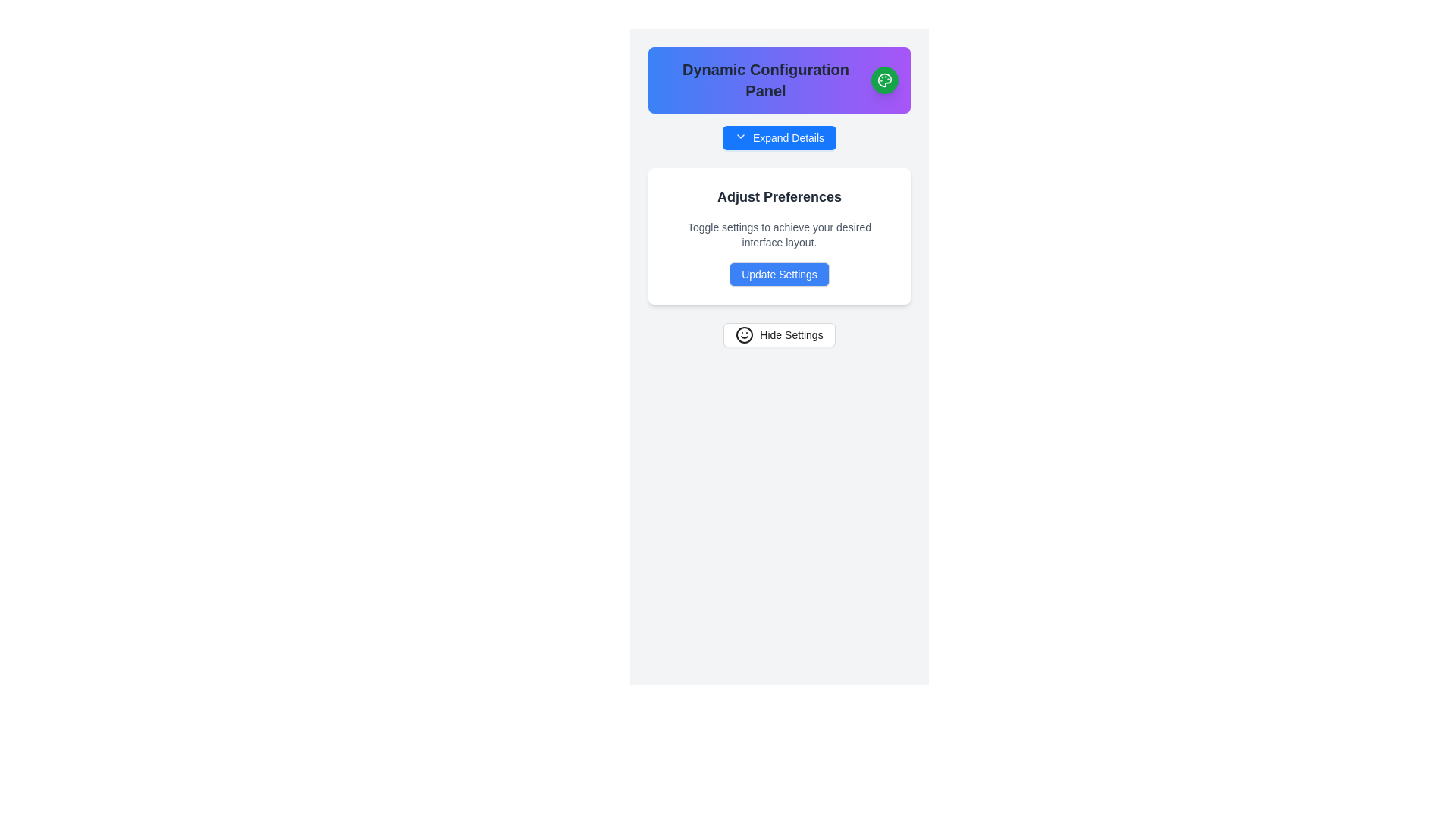 Image resolution: width=1456 pixels, height=819 pixels. What do you see at coordinates (779, 234) in the screenshot?
I see `the guidance text element located below the 'Adjust Preferences' heading and above the 'Update Settings' button` at bounding box center [779, 234].